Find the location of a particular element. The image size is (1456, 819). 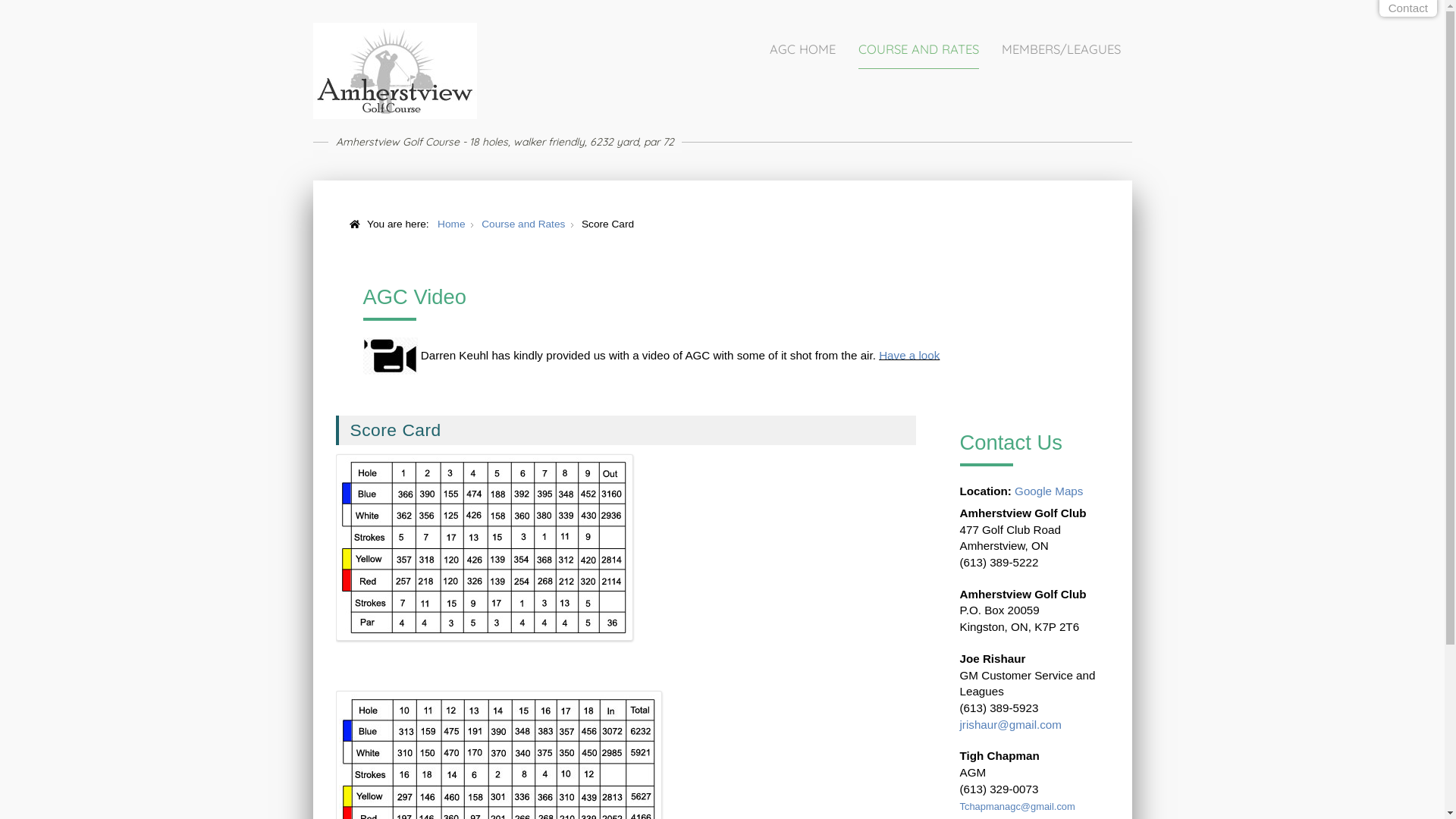

'Score Card' is located at coordinates (396, 430).